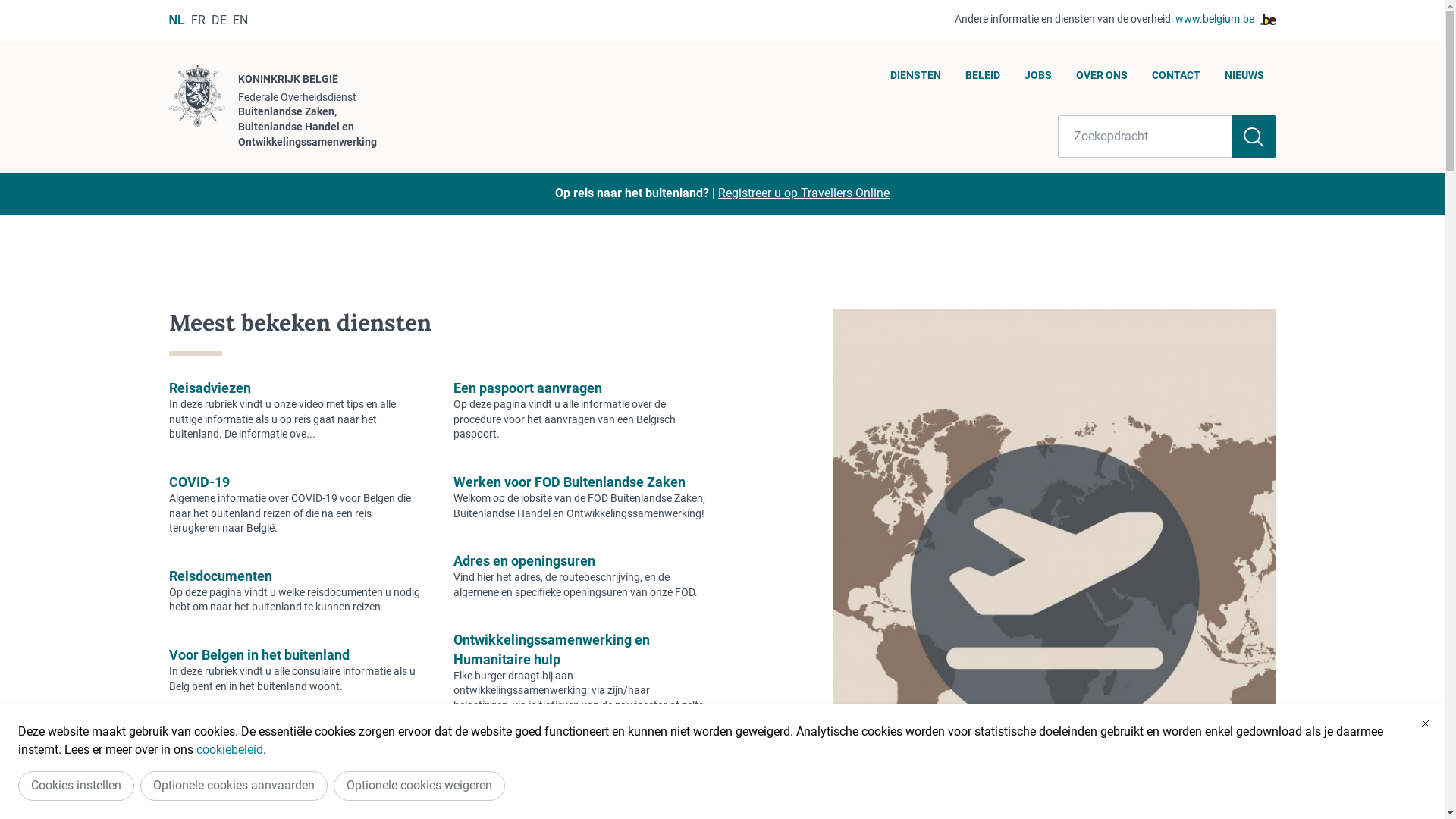  Describe the element at coordinates (1037, 79) in the screenshot. I see `'JOBS'` at that location.